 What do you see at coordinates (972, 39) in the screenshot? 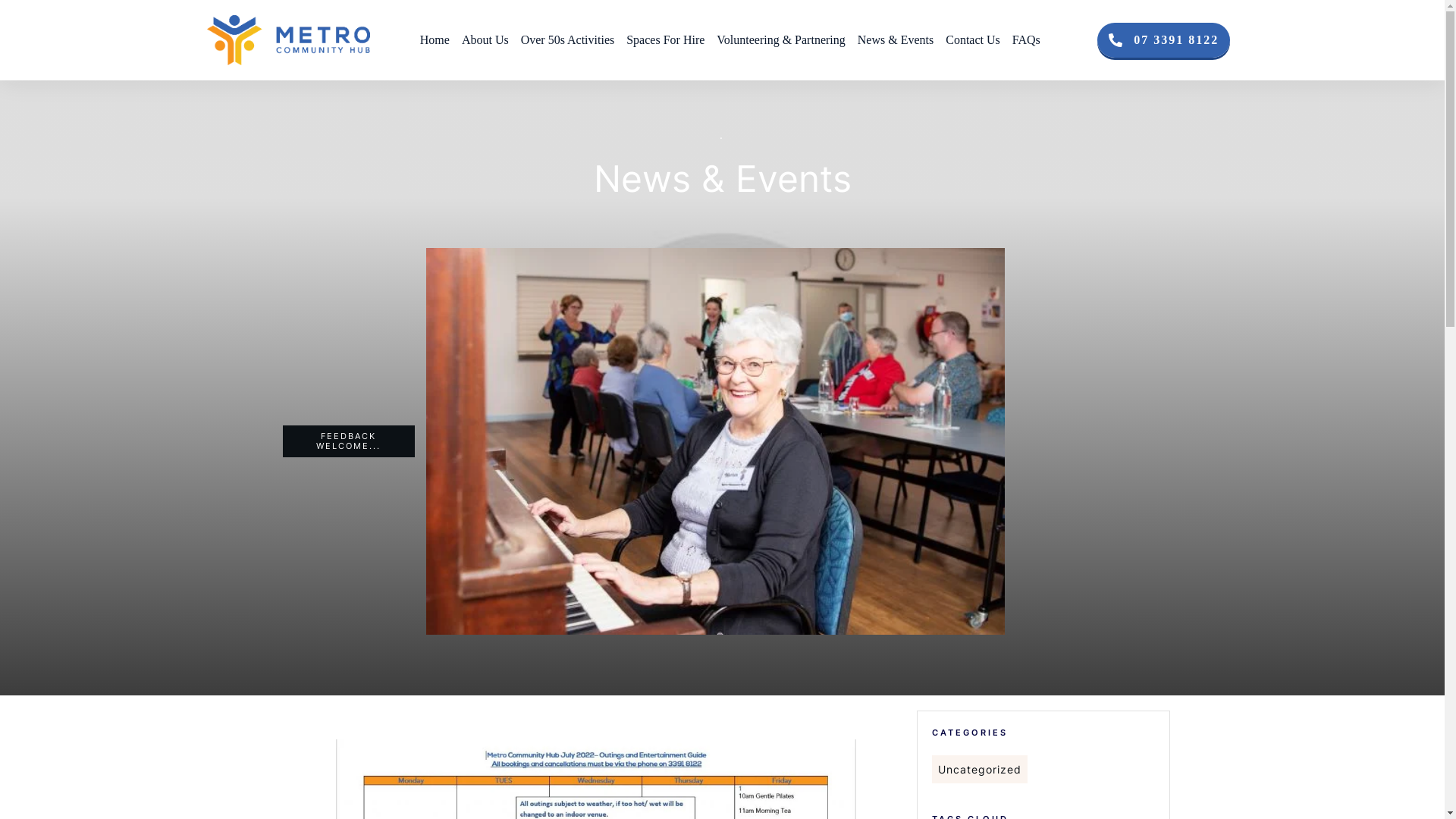
I see `'Contact Us'` at bounding box center [972, 39].